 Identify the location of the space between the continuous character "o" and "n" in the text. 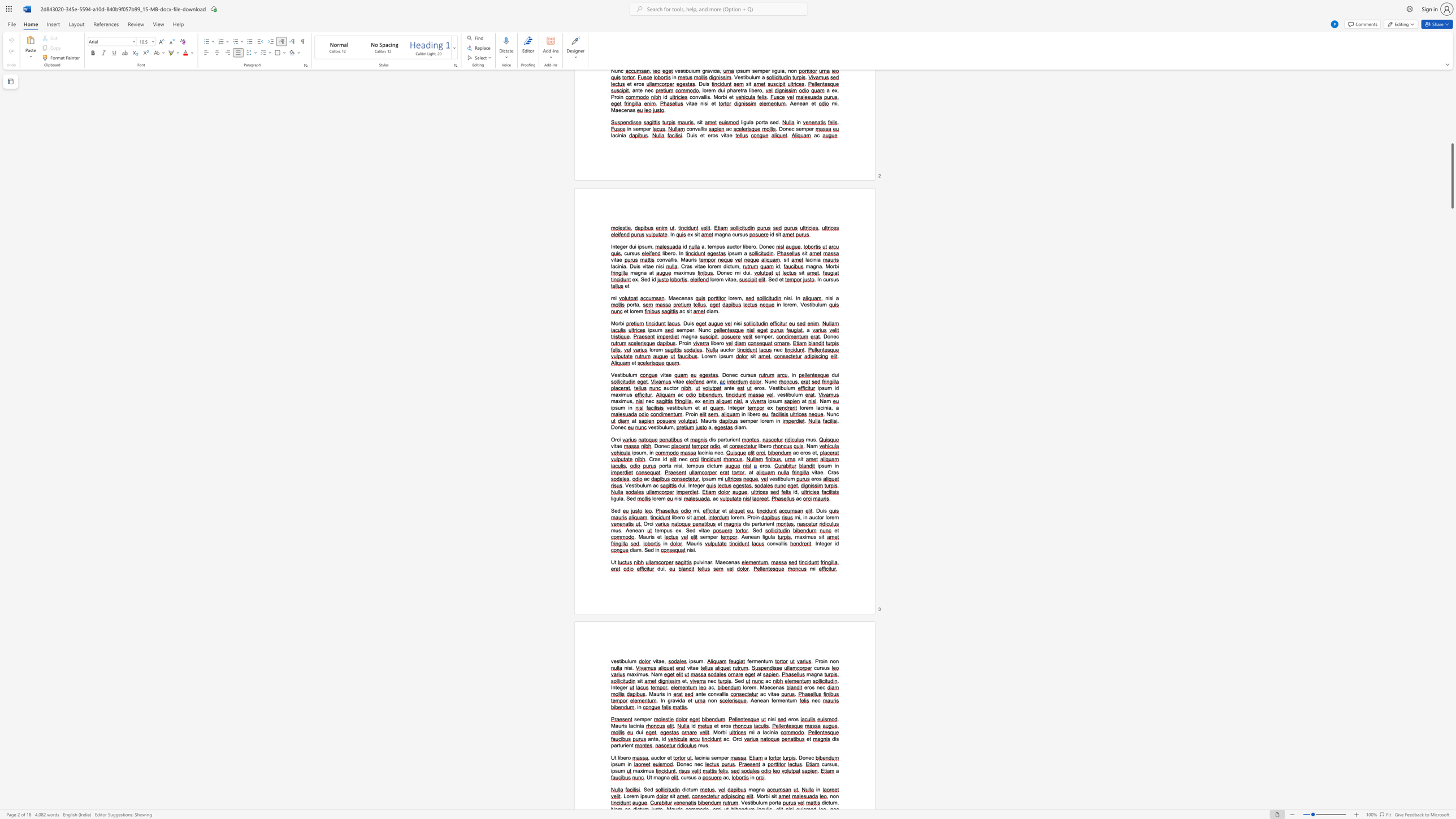
(772, 543).